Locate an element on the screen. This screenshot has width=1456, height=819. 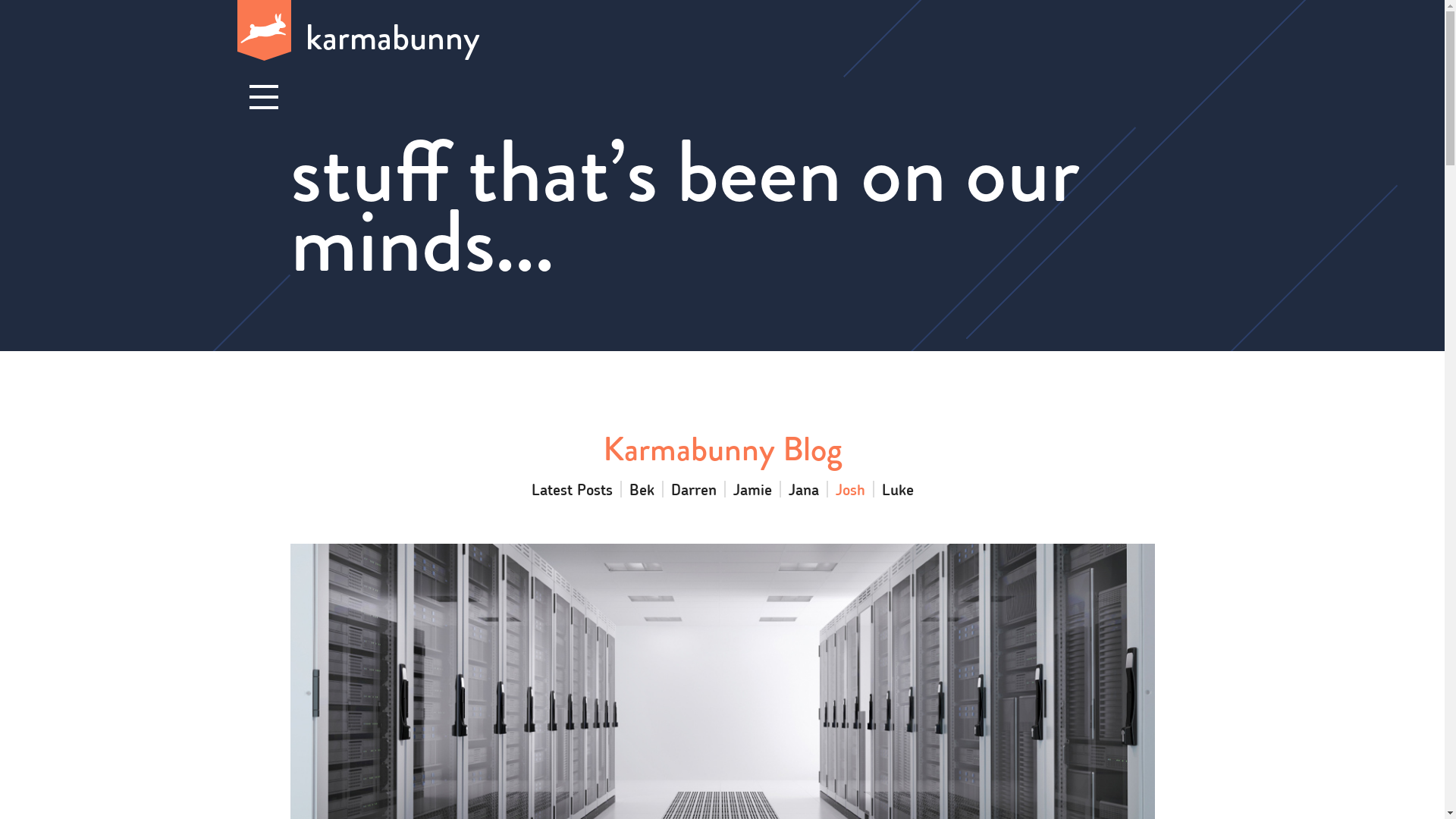
'Jana' is located at coordinates (803, 488).